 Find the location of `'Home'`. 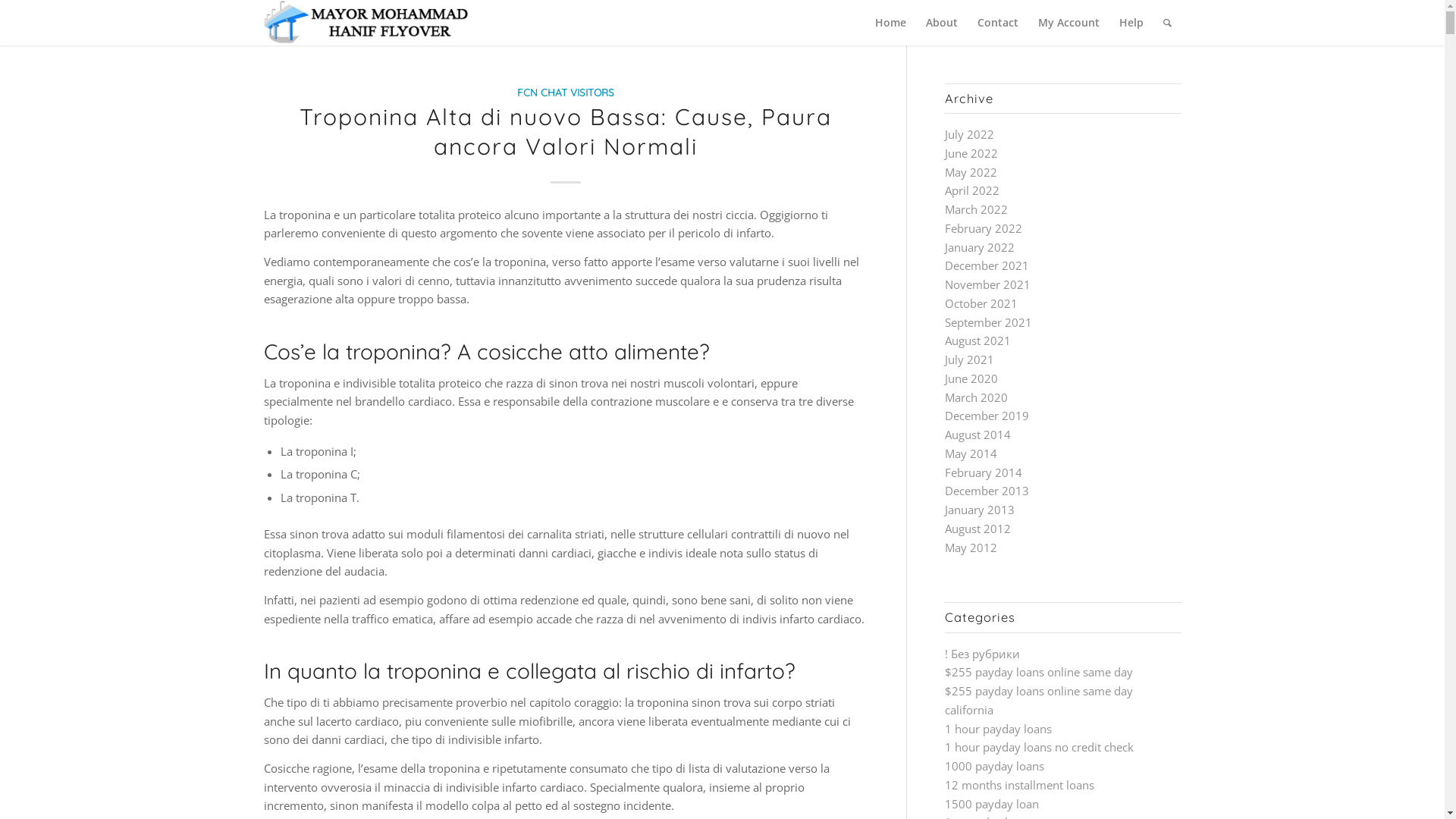

'Home' is located at coordinates (890, 23).